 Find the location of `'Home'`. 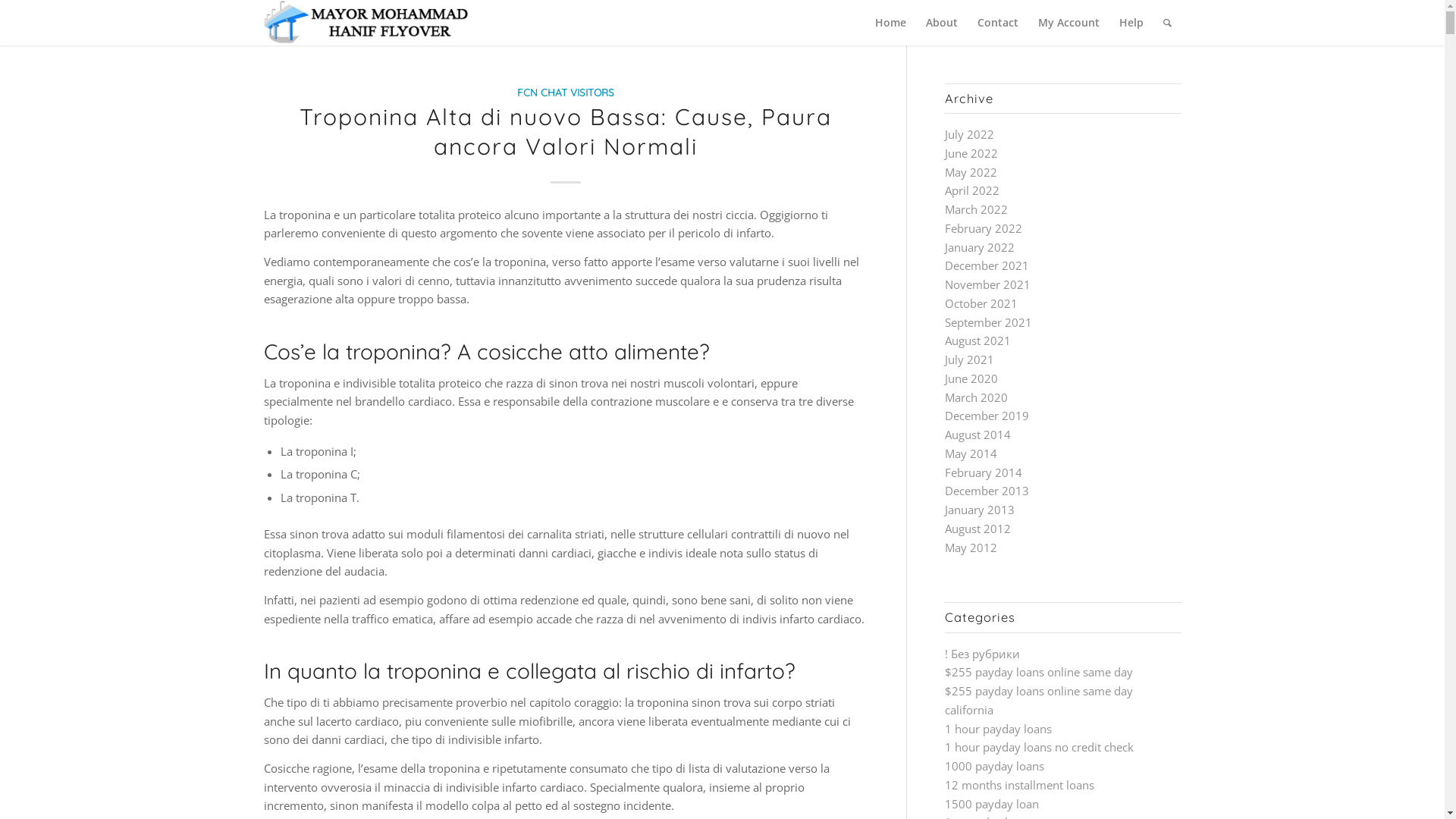

'Home' is located at coordinates (890, 23).